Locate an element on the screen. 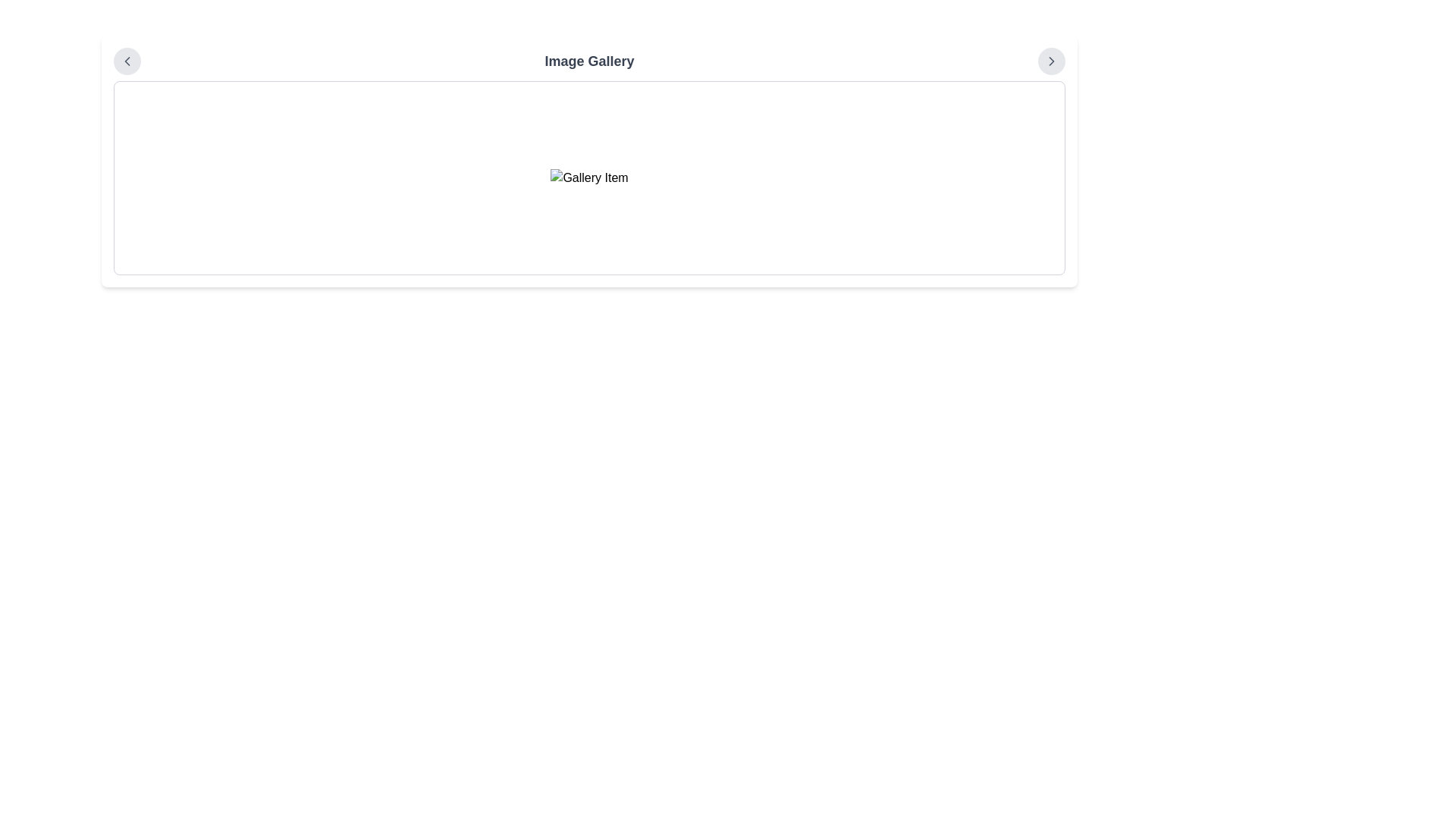 The width and height of the screenshot is (1456, 819). the header text label, which indicates the title of the image gallery is located at coordinates (588, 61).